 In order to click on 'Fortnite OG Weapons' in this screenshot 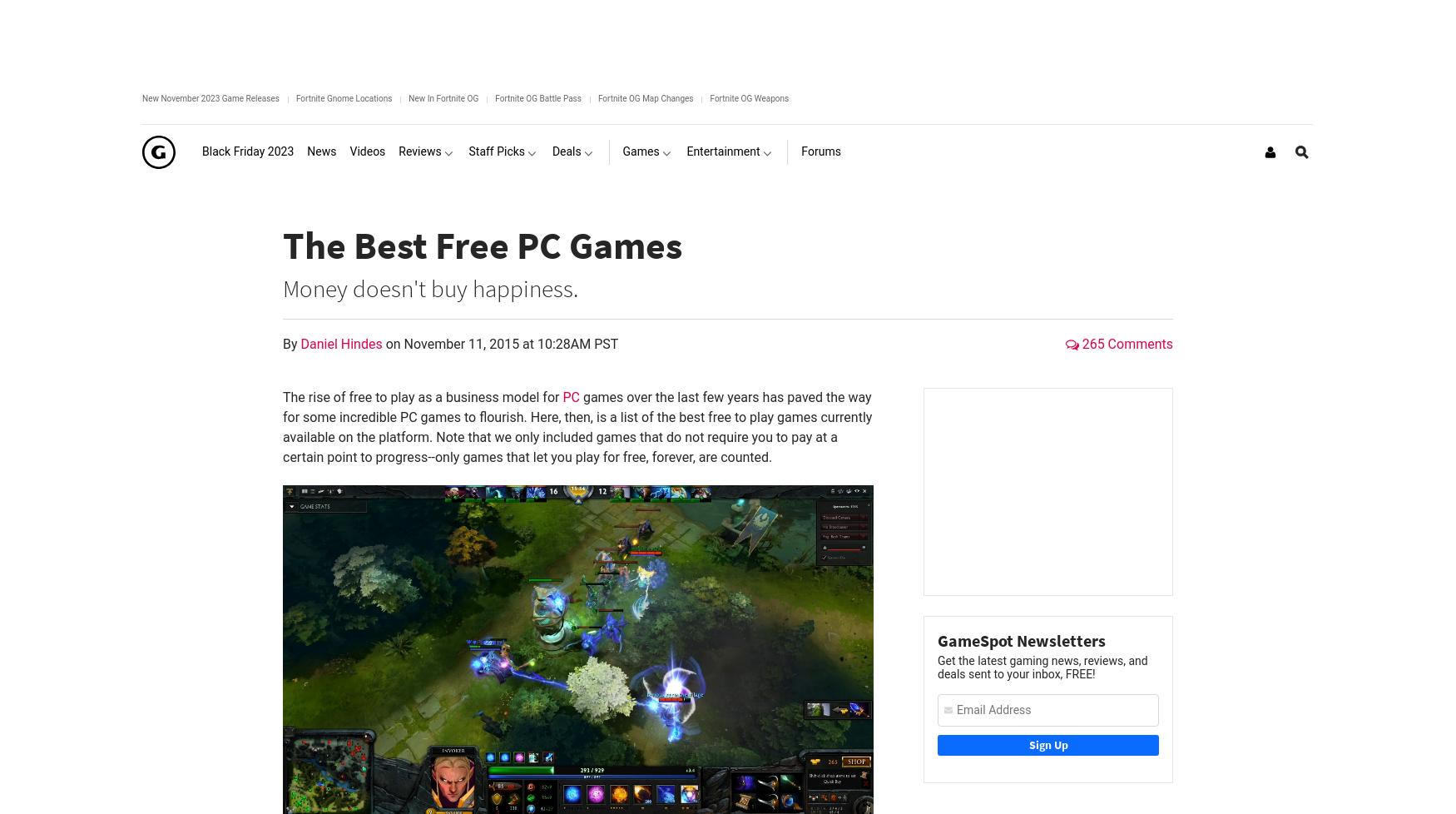, I will do `click(748, 98)`.